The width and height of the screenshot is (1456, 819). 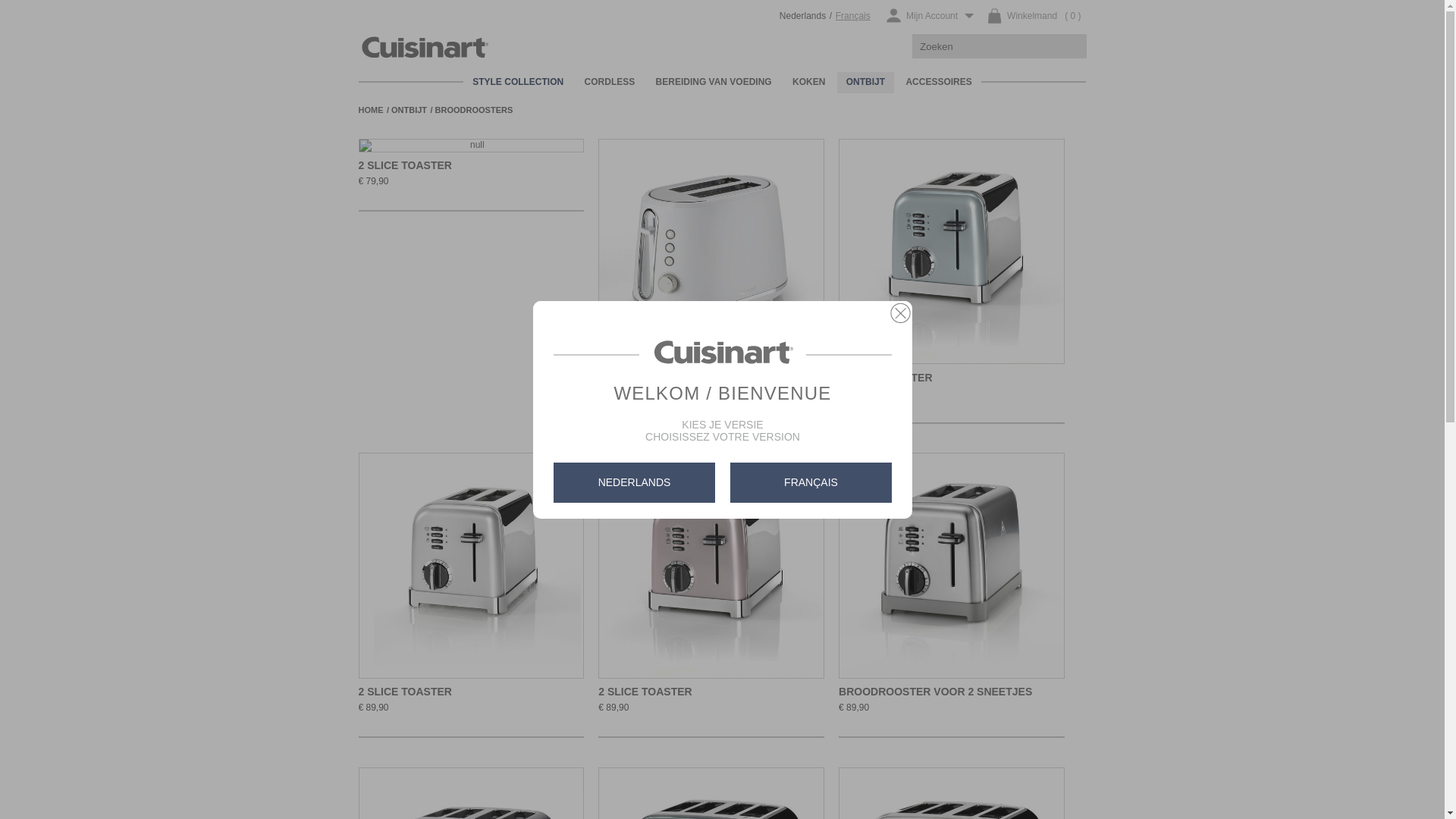 What do you see at coordinates (645, 376) in the screenshot?
I see `'2 SLICE TOASTER'` at bounding box center [645, 376].